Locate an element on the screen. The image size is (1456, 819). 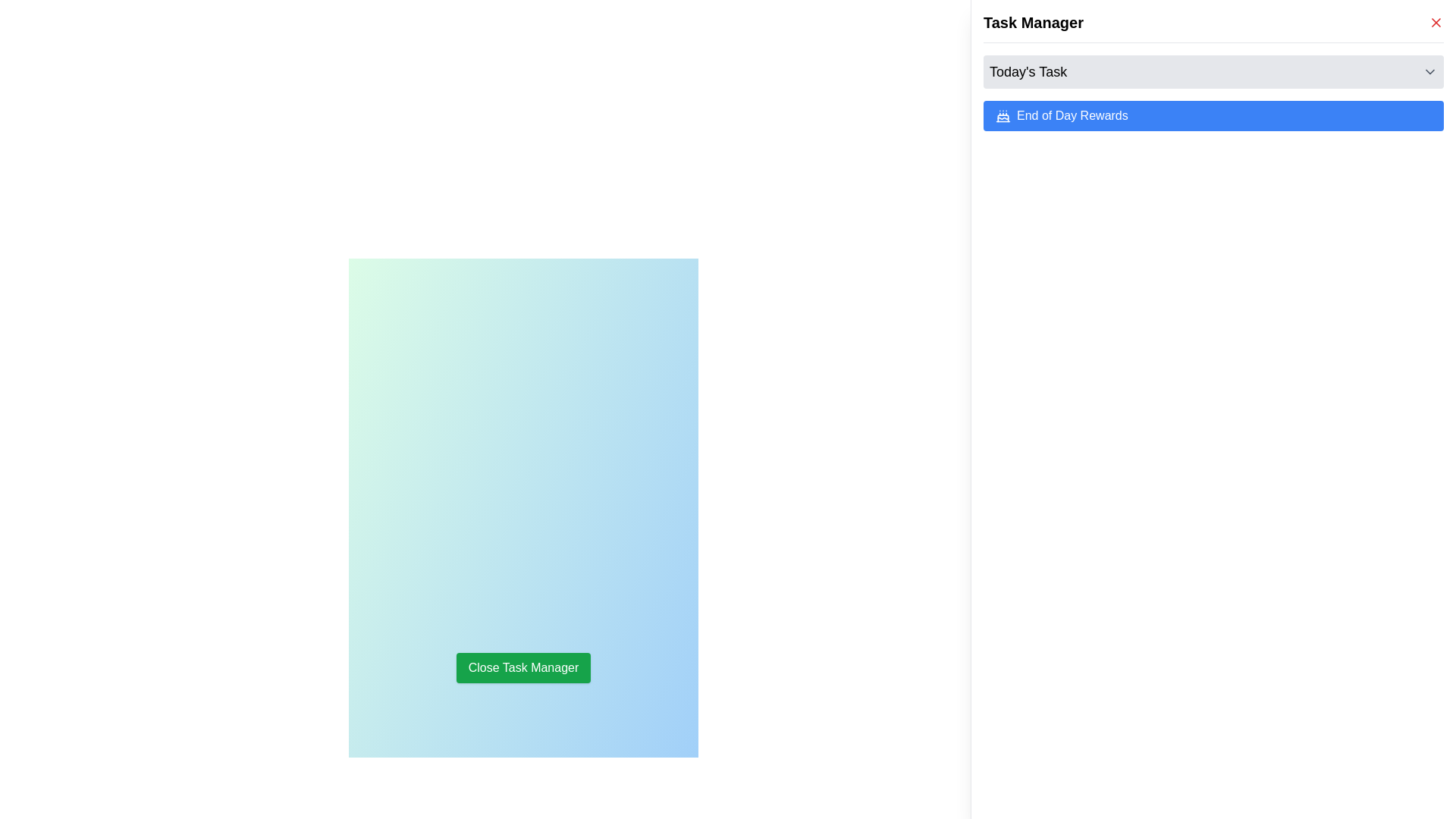
the 'End of Day Rewards' button located in the right panel titled 'Task Manager', positioned below the 'Today's Task' dropdown menu for keyboard interaction is located at coordinates (1213, 115).